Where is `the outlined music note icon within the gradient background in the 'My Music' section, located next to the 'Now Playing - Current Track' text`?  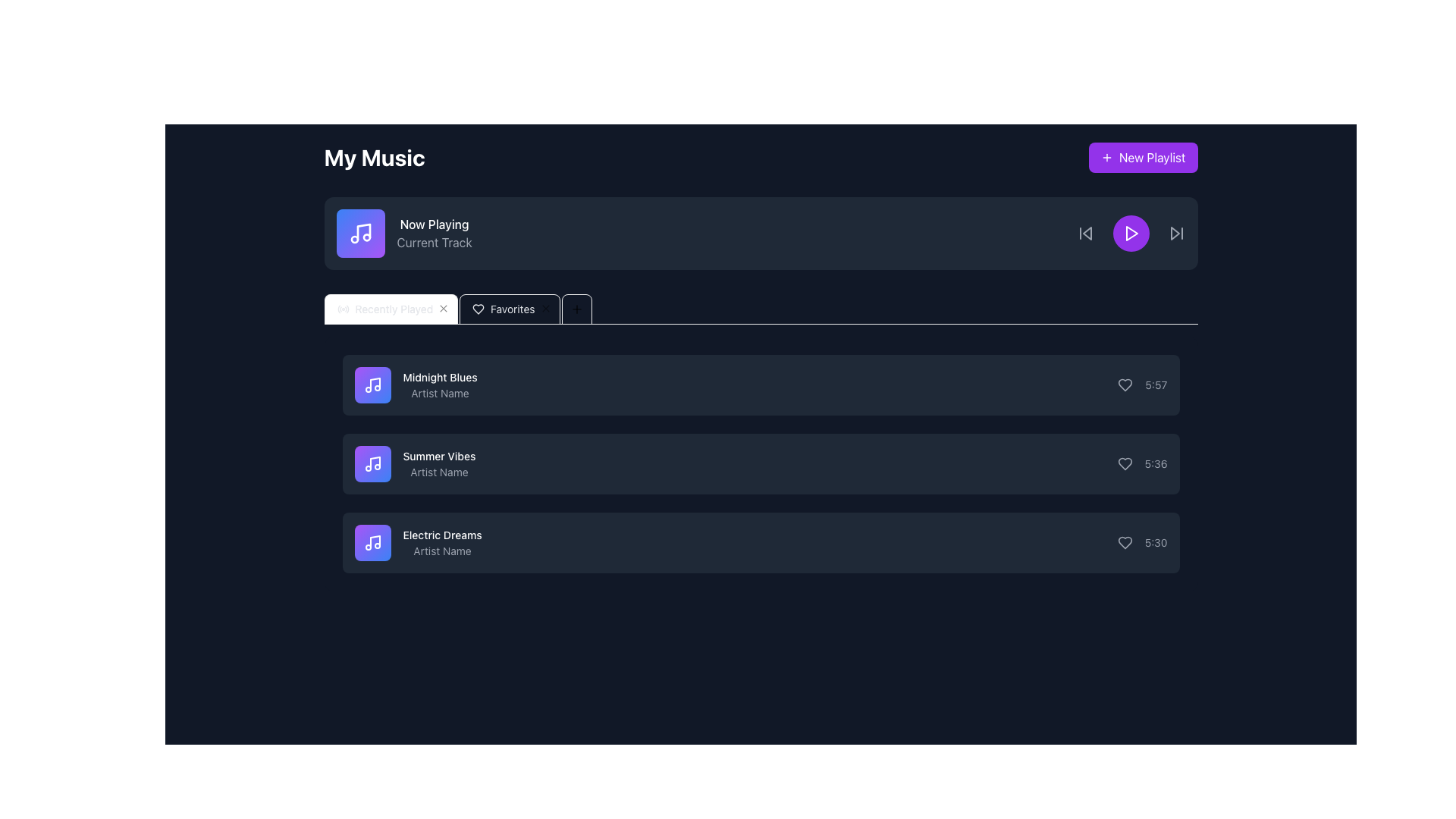 the outlined music note icon within the gradient background in the 'My Music' section, located next to the 'Now Playing - Current Track' text is located at coordinates (359, 234).